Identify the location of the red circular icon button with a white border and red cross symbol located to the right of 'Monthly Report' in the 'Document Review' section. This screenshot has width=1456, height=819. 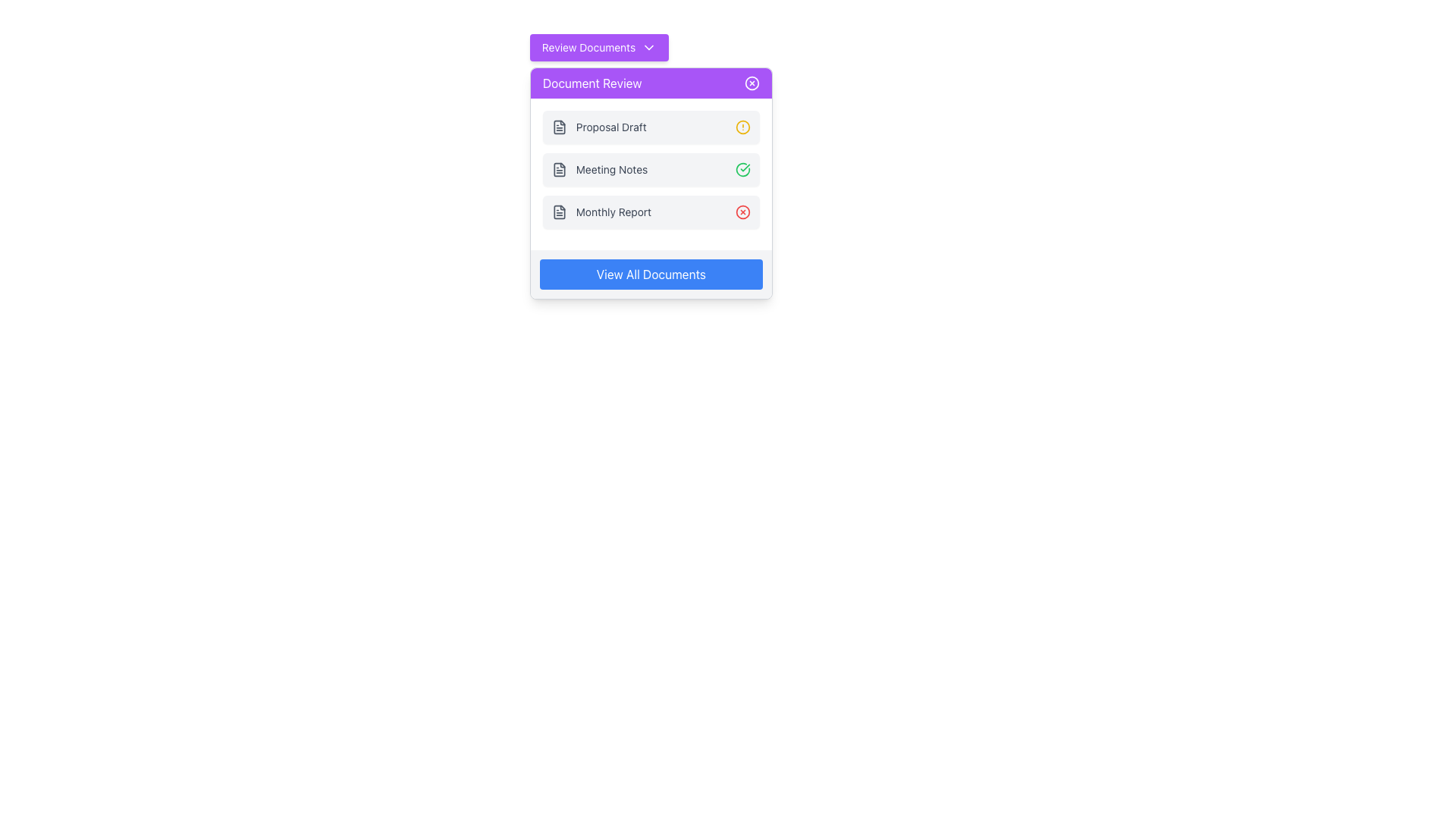
(742, 212).